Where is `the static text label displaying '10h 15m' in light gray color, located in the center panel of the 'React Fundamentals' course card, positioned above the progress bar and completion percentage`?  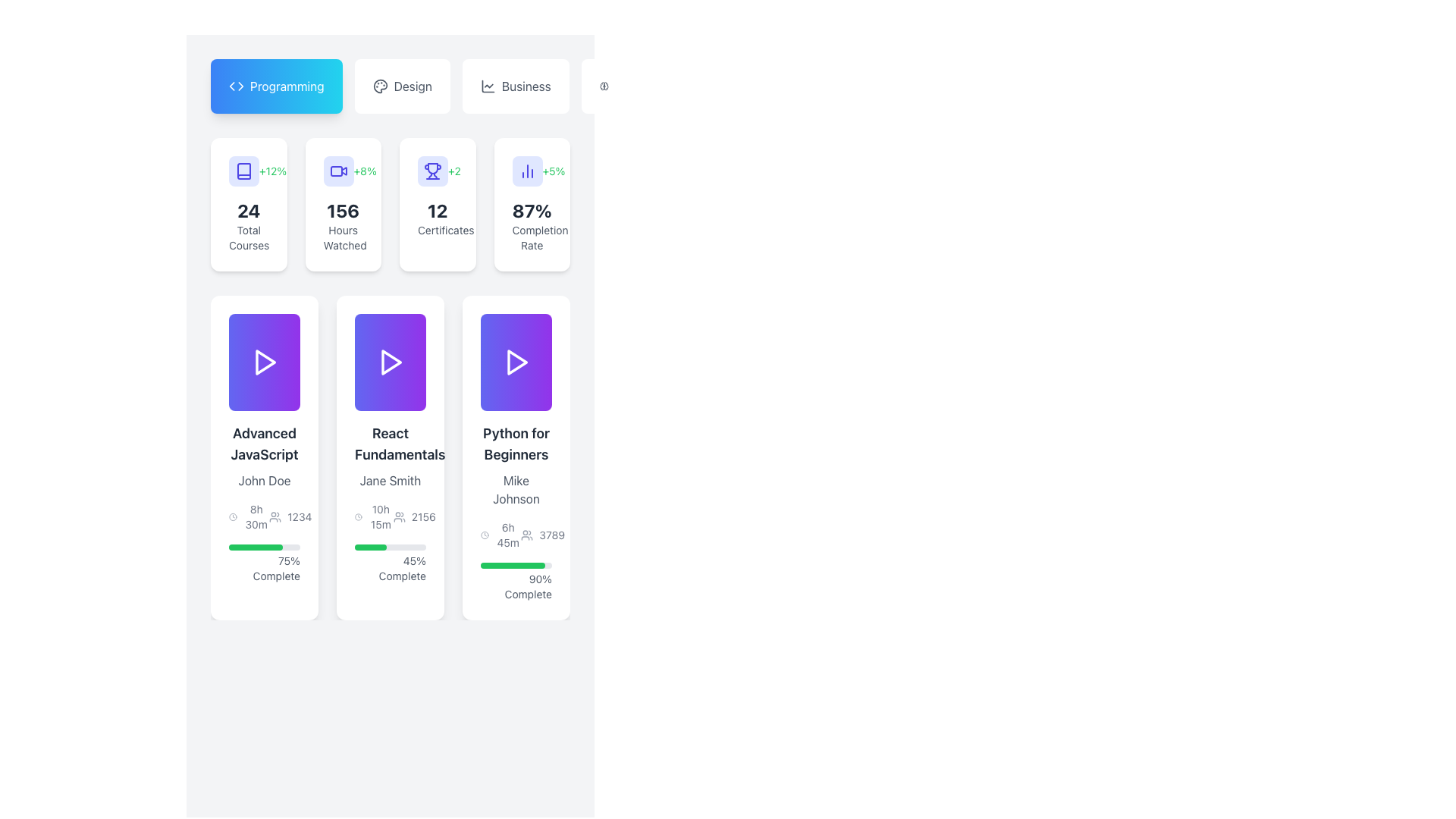
the static text label displaying '10h 15m' in light gray color, located in the center panel of the 'React Fundamentals' course card, positioned above the progress bar and completion percentage is located at coordinates (381, 516).